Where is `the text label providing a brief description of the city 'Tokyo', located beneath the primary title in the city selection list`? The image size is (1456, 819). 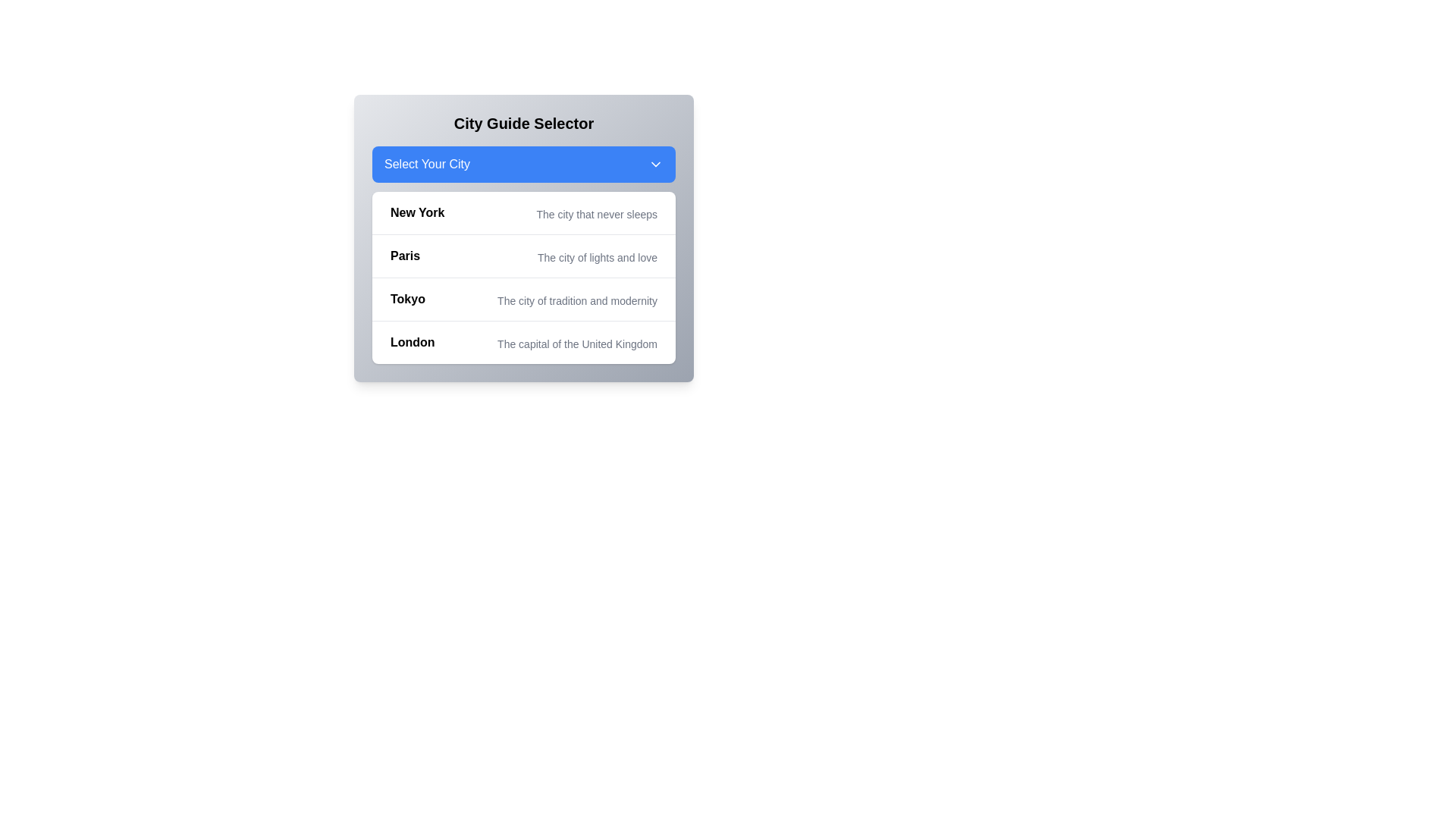
the text label providing a brief description of the city 'Tokyo', located beneath the primary title in the city selection list is located at coordinates (576, 301).